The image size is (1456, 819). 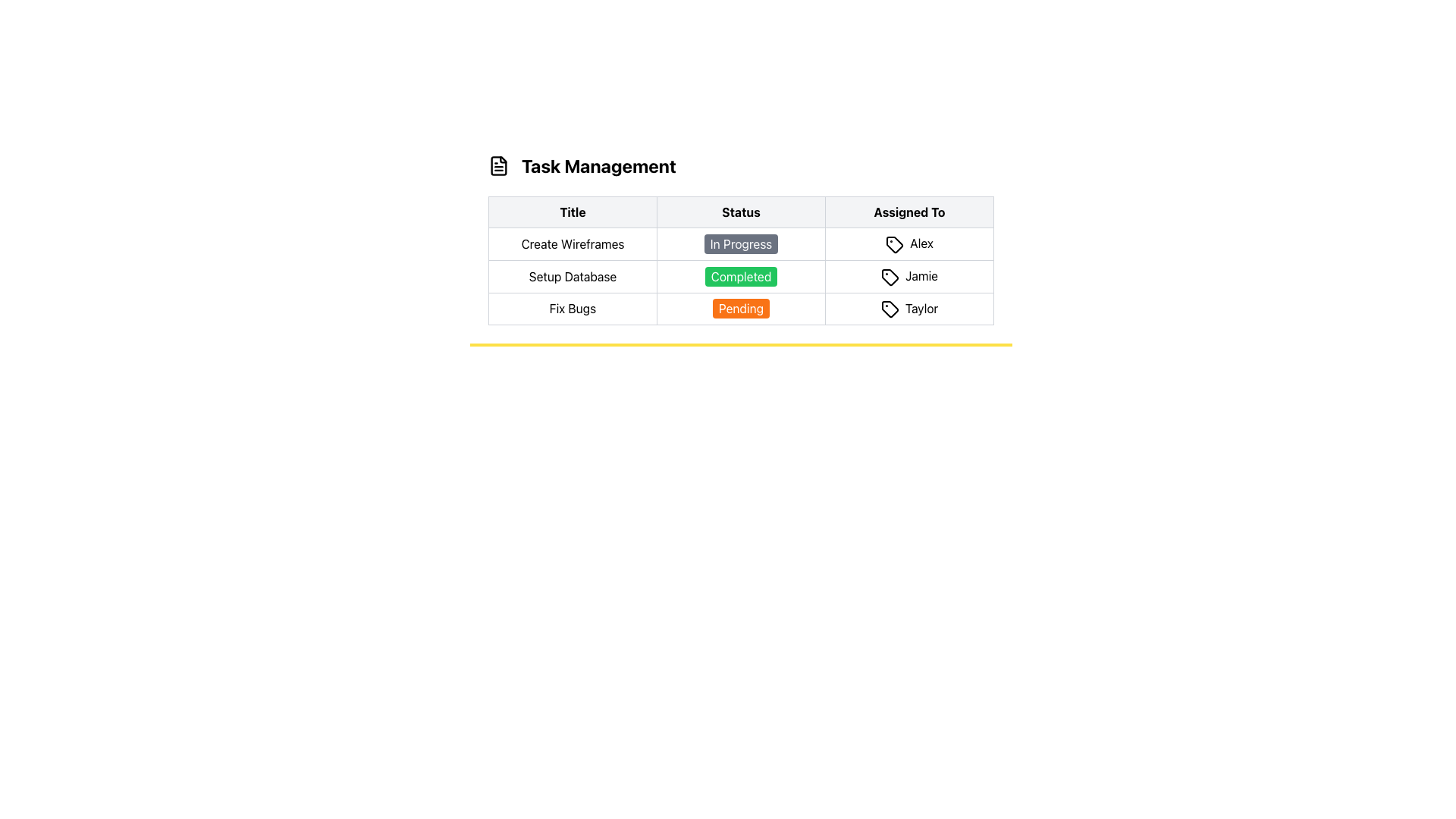 What do you see at coordinates (741, 243) in the screenshot?
I see `the 'In Progress' status indicator label, which is a rounded rectangular button with a gray background and white text, located in the second column of the first row of the table, positioned between 'Create Wireframes' and 'Alex'` at bounding box center [741, 243].